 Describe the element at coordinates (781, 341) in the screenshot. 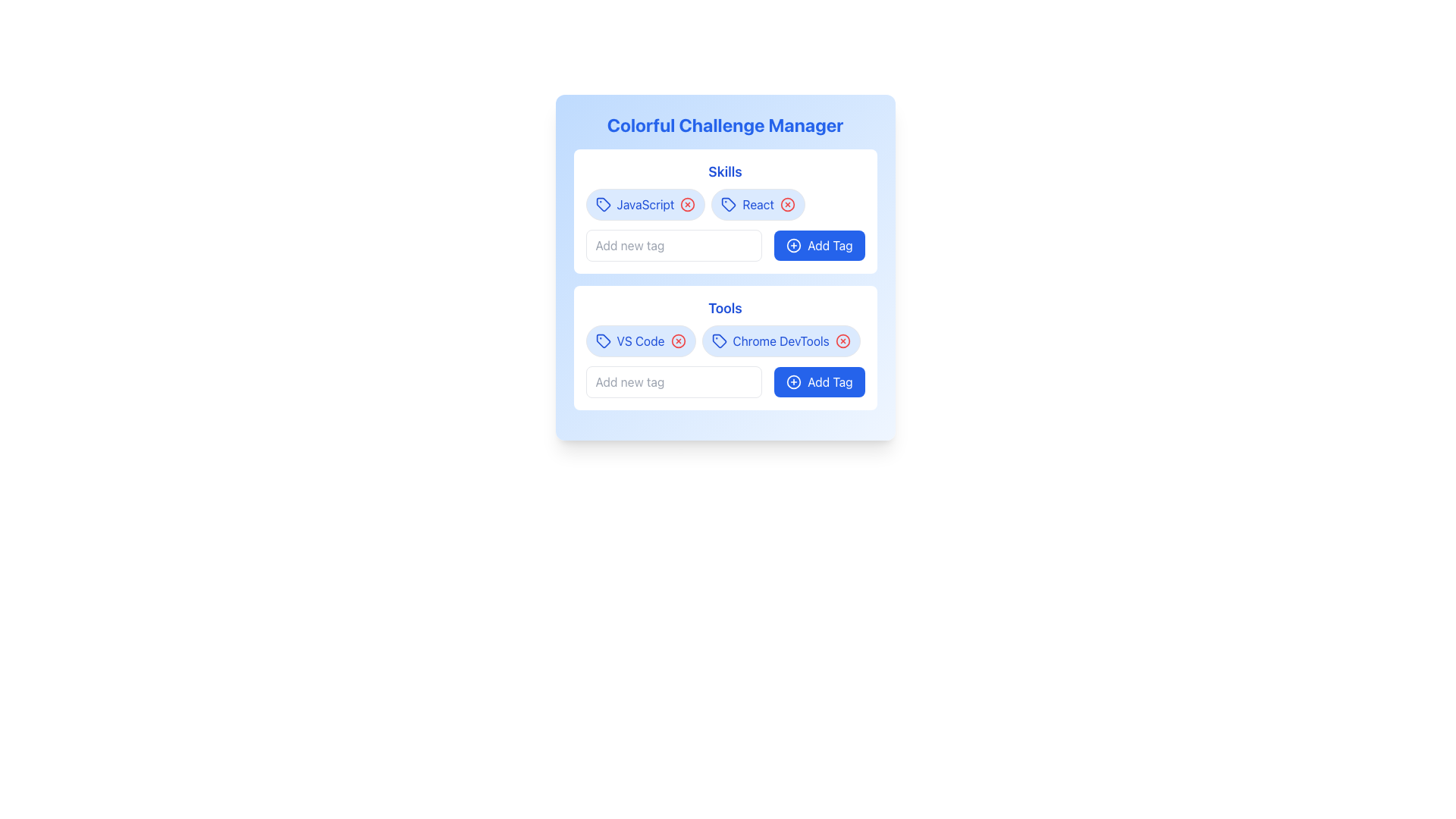

I see `the rounded rectangular tag labeled 'Chrome DevTools' with a light blue background and blue text, which includes an icon on the left and a red close button on the right` at that location.